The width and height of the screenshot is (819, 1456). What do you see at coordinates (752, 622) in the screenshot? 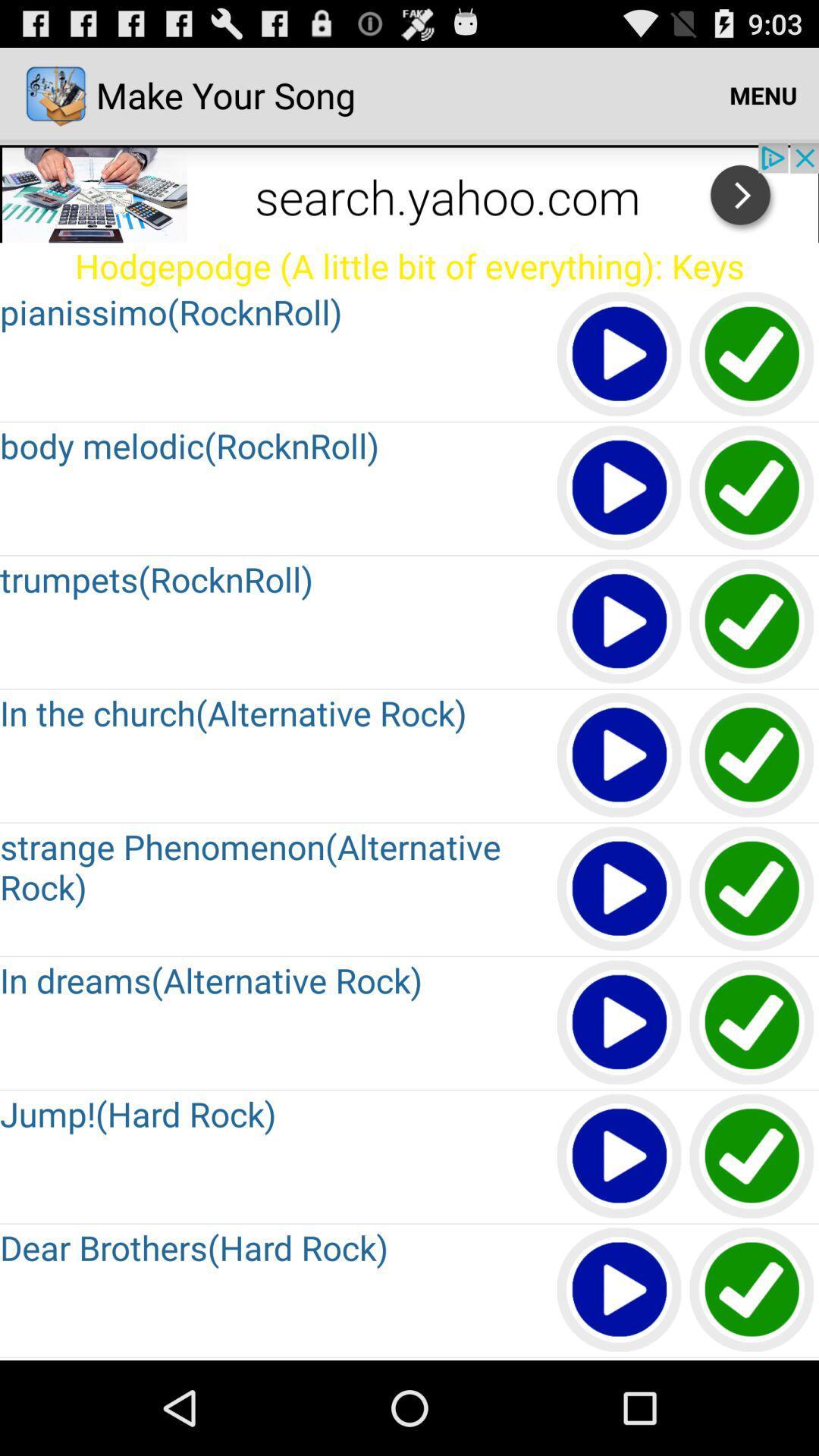
I see `button` at bounding box center [752, 622].